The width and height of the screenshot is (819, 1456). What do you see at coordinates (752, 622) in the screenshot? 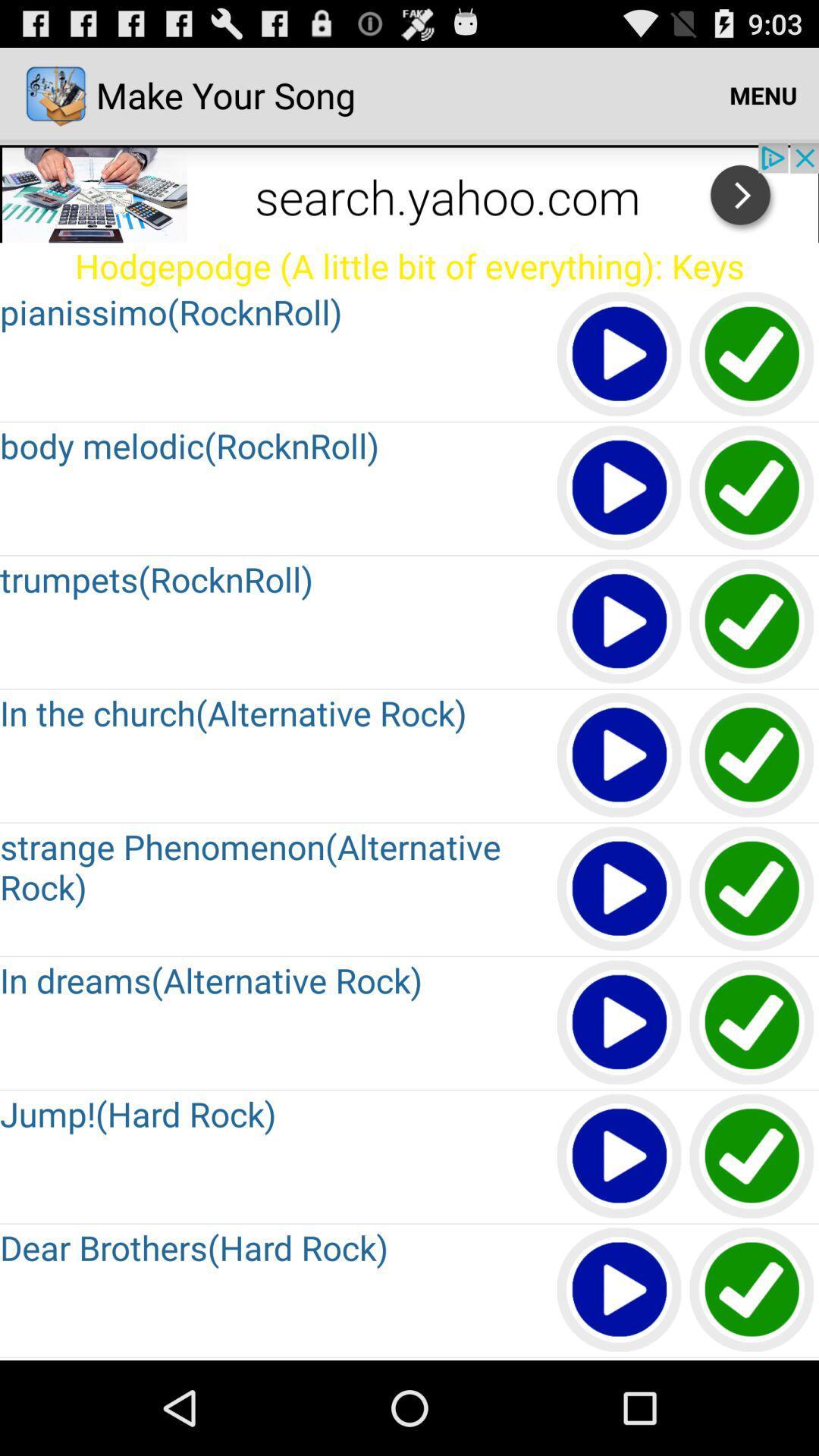
I see `button` at bounding box center [752, 622].